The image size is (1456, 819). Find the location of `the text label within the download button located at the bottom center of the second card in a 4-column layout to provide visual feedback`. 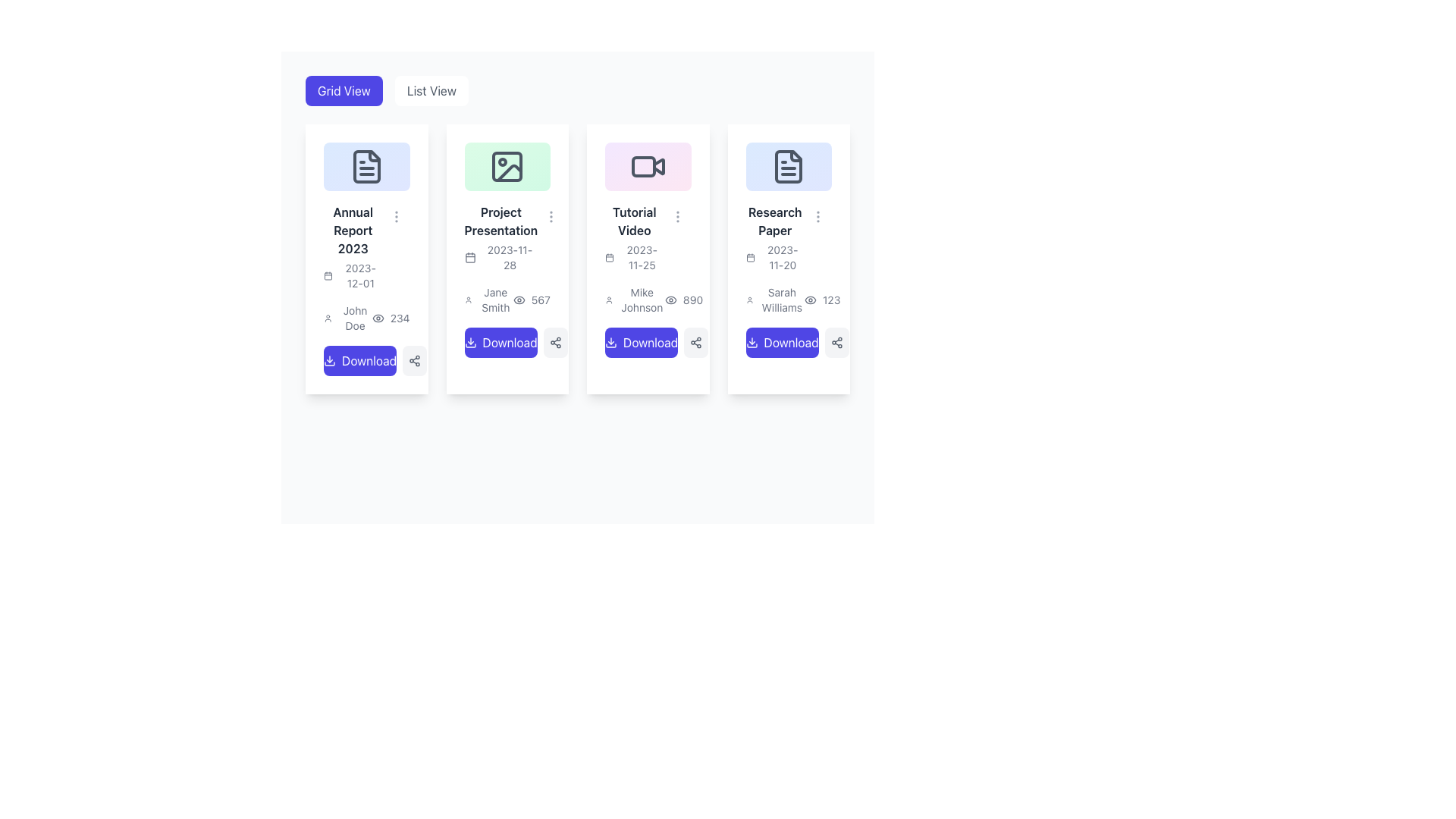

the text label within the download button located at the bottom center of the second card in a 4-column layout to provide visual feedback is located at coordinates (510, 342).